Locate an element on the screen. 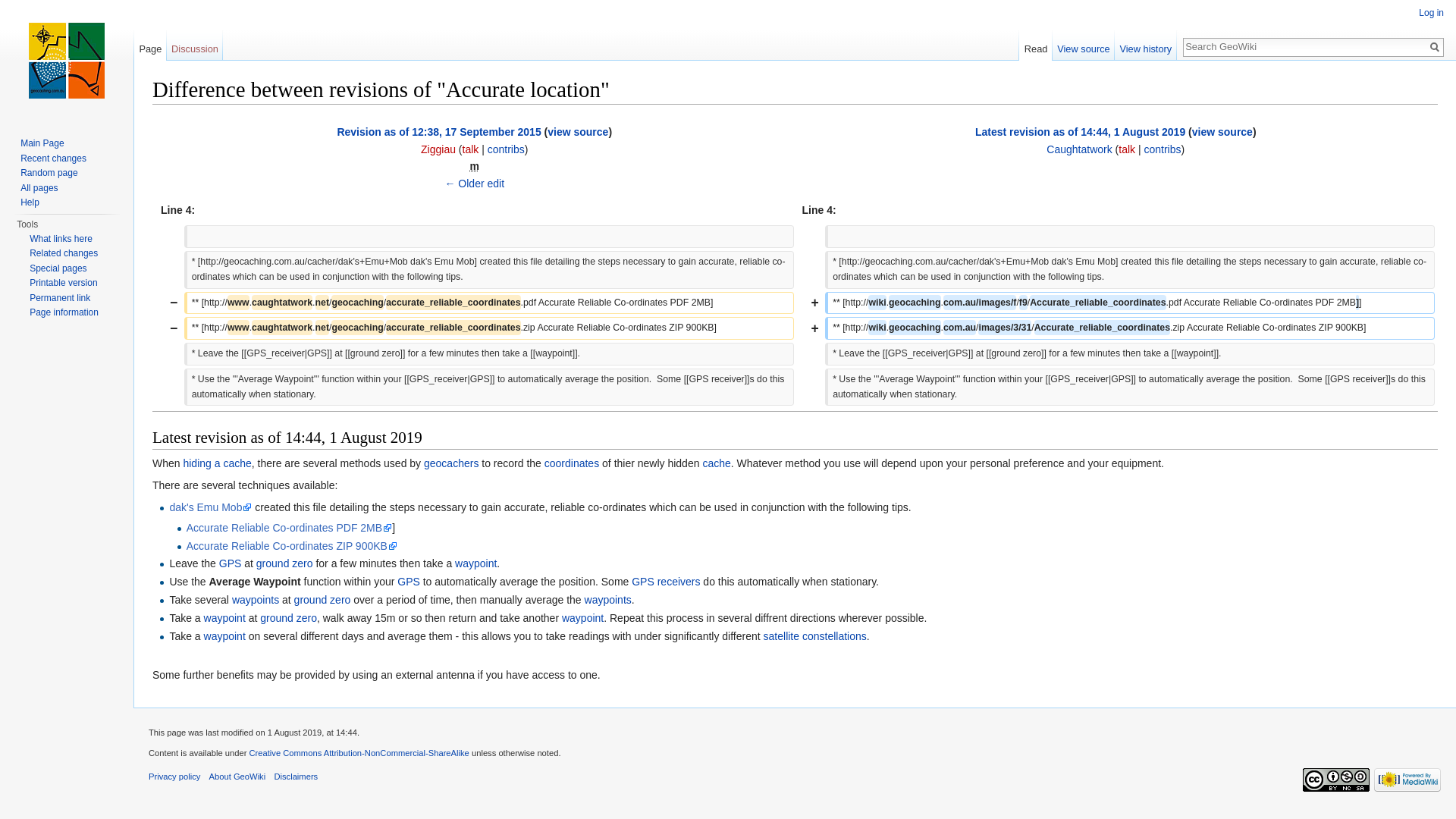 The height and width of the screenshot is (819, 1456). 'Related changes' is located at coordinates (62, 253).